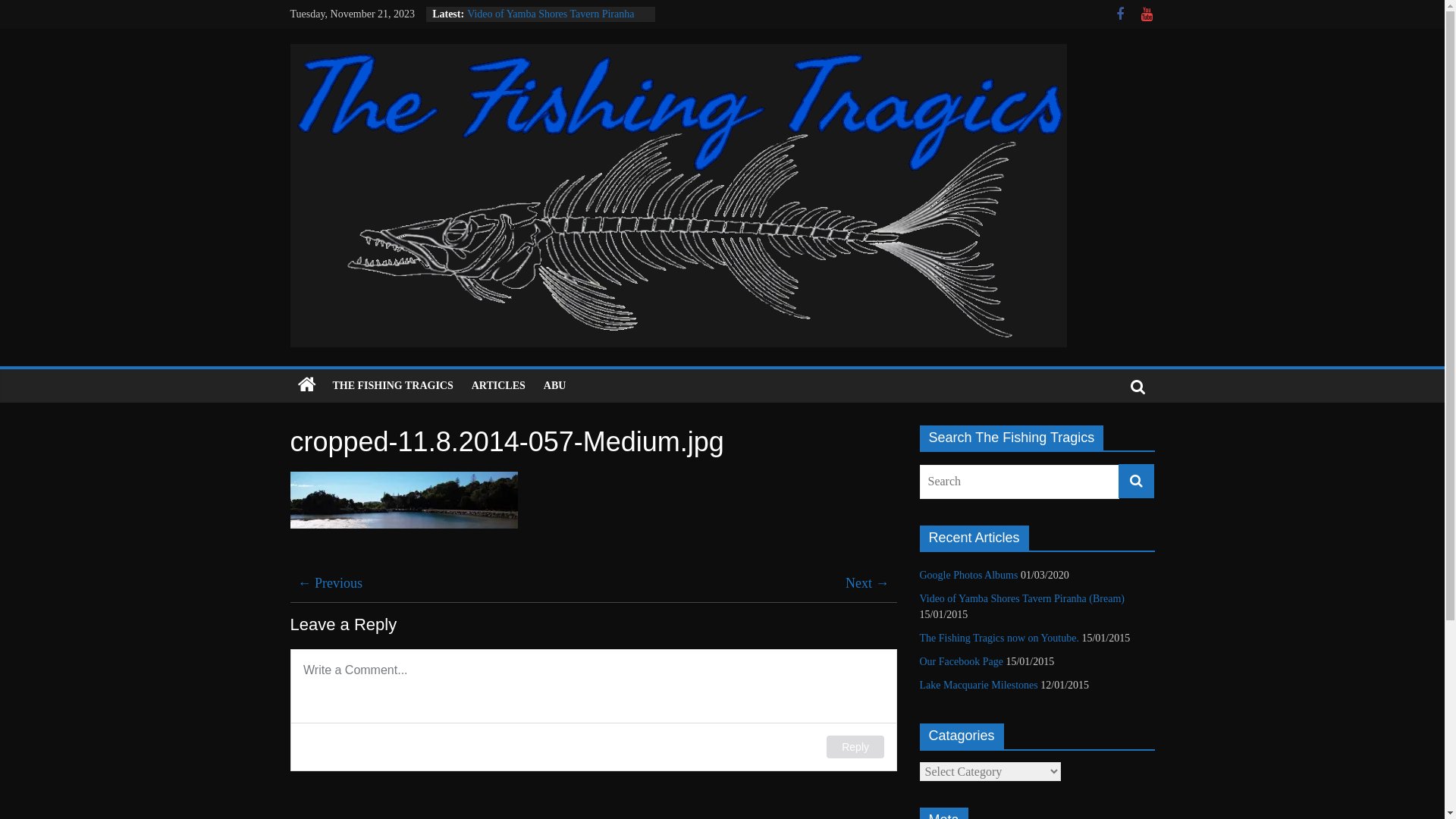  I want to click on 'ARTICLES', so click(498, 385).